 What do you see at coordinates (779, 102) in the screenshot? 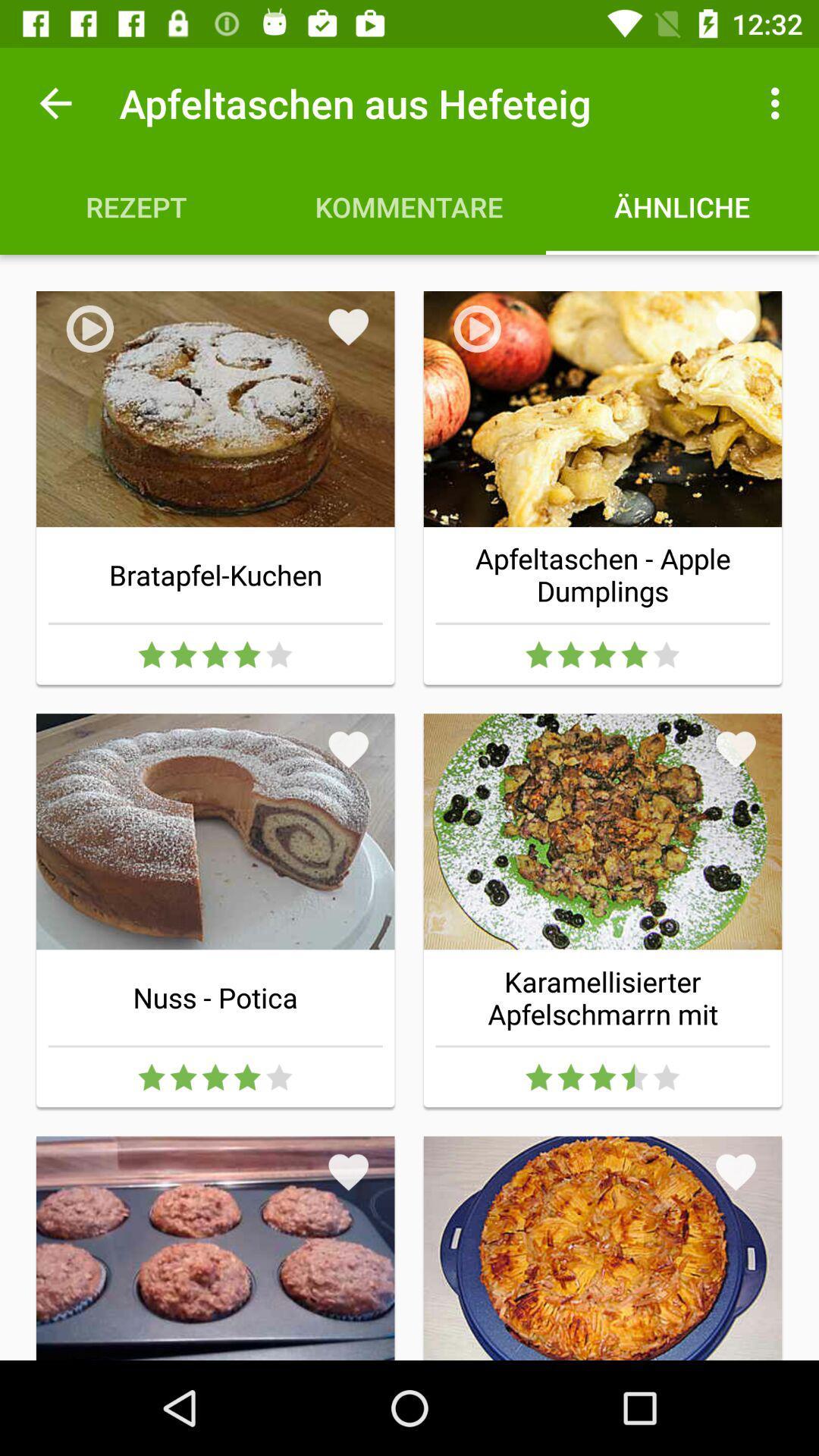
I see `the icon to the right of apfeltaschen aus hefeteig item` at bounding box center [779, 102].